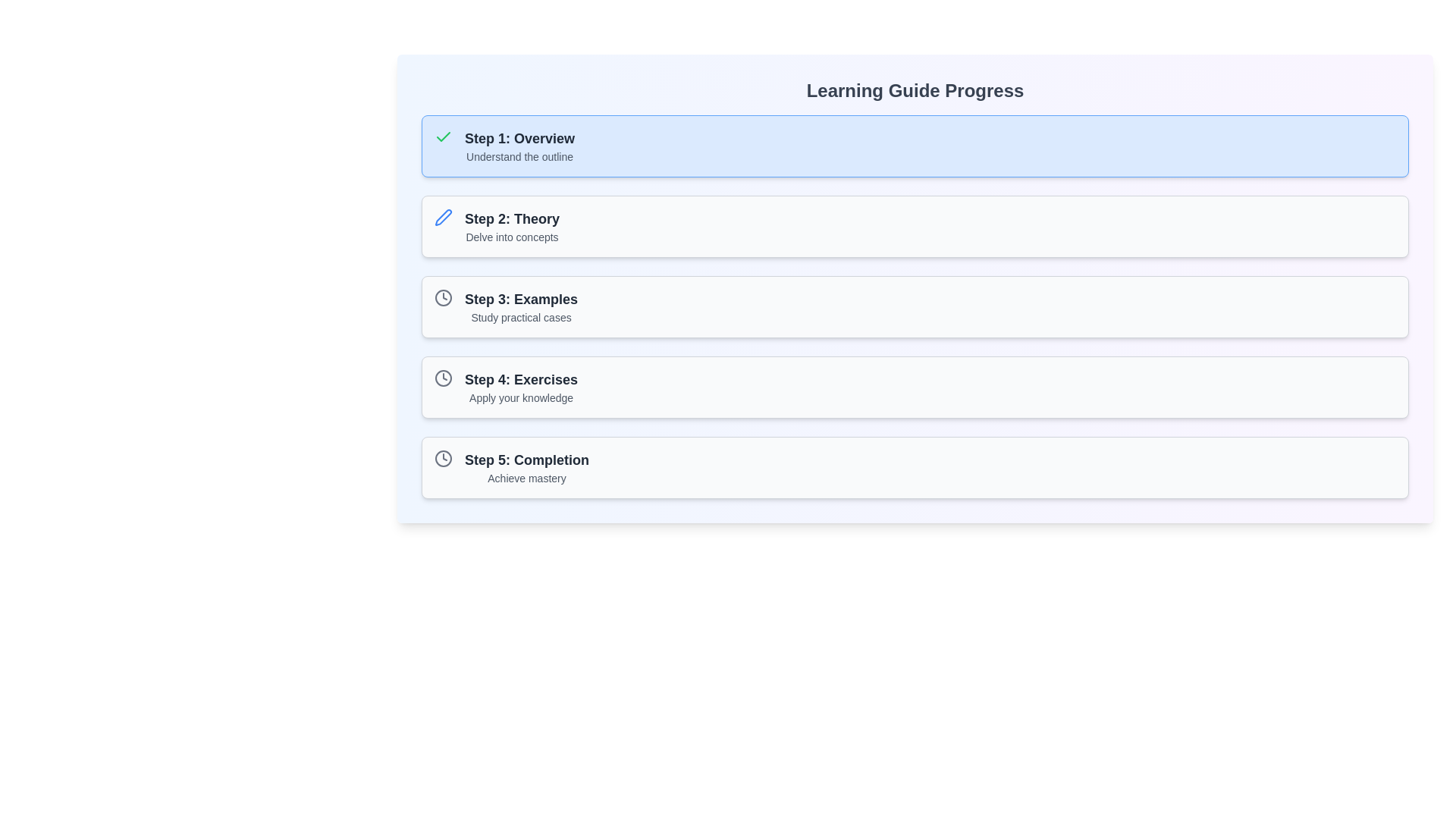  I want to click on the informational text content that communicates 'Step 3: Examples' and the description 'Study practical cases', so click(521, 307).